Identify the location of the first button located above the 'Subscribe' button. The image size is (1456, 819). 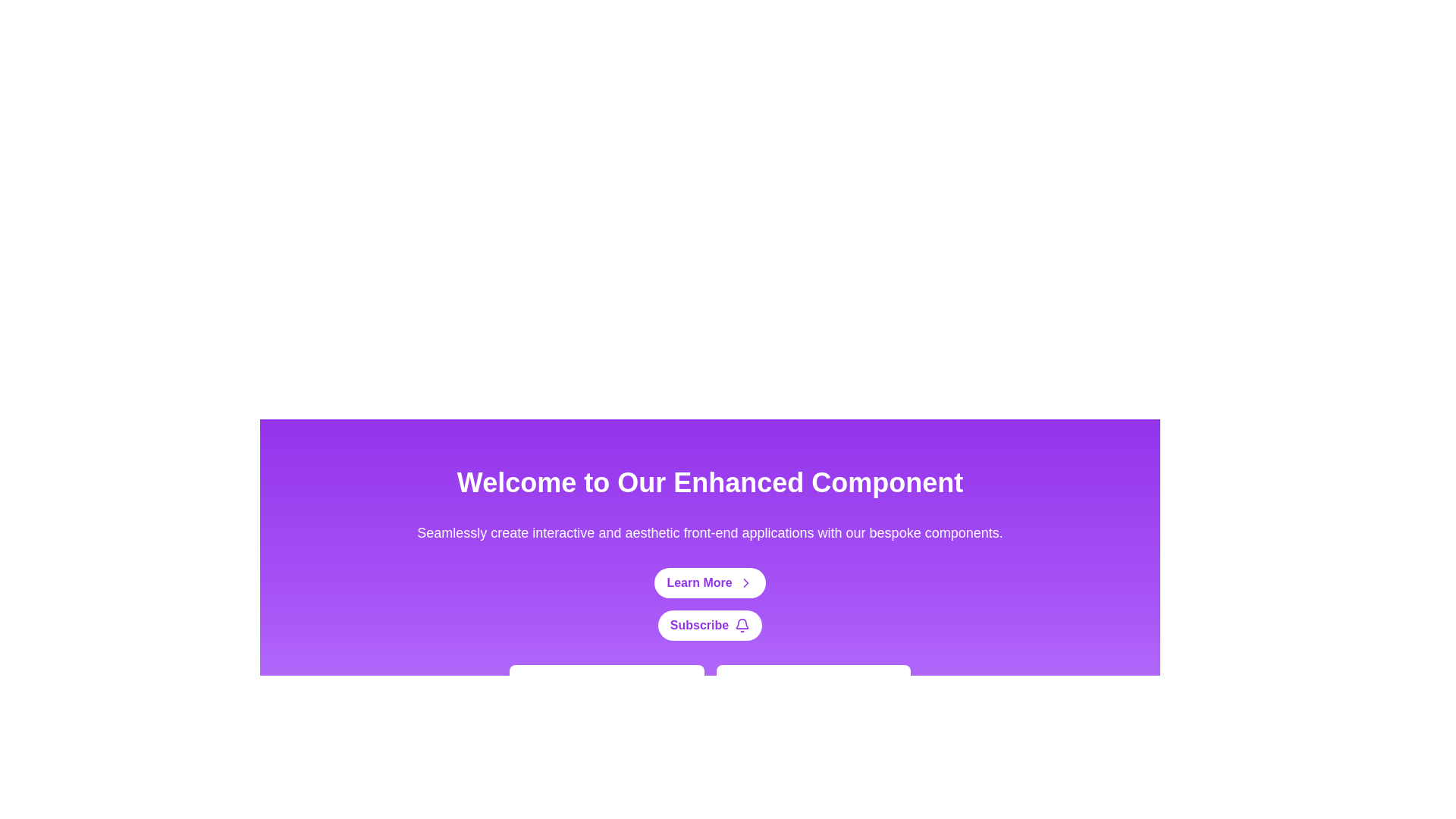
(709, 582).